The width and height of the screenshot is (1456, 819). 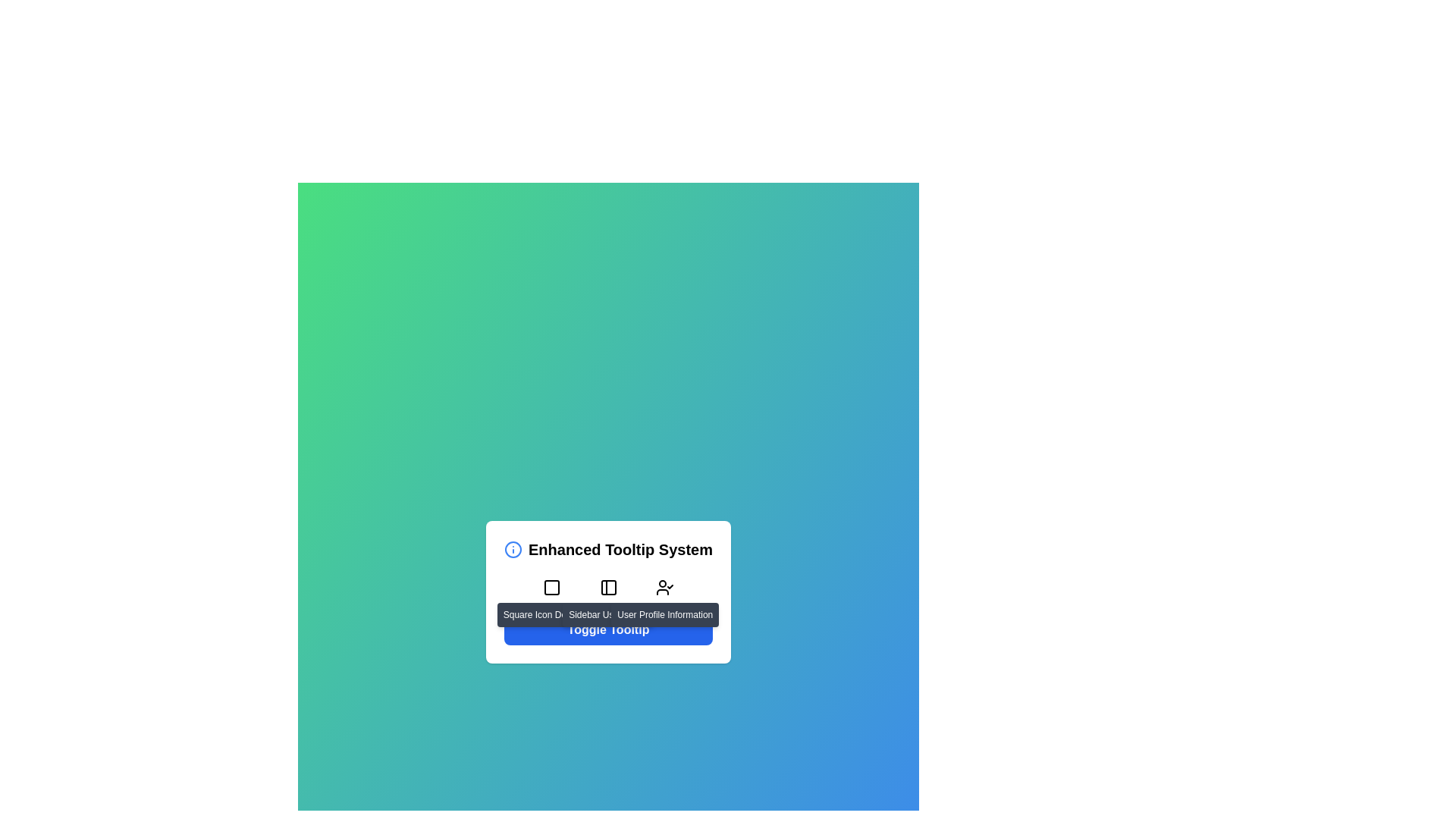 I want to click on the tooltip labeled 'Square Icon Description' which is a rectangular element with a dark gray background and white text, positioned below the square icon, so click(x=551, y=614).